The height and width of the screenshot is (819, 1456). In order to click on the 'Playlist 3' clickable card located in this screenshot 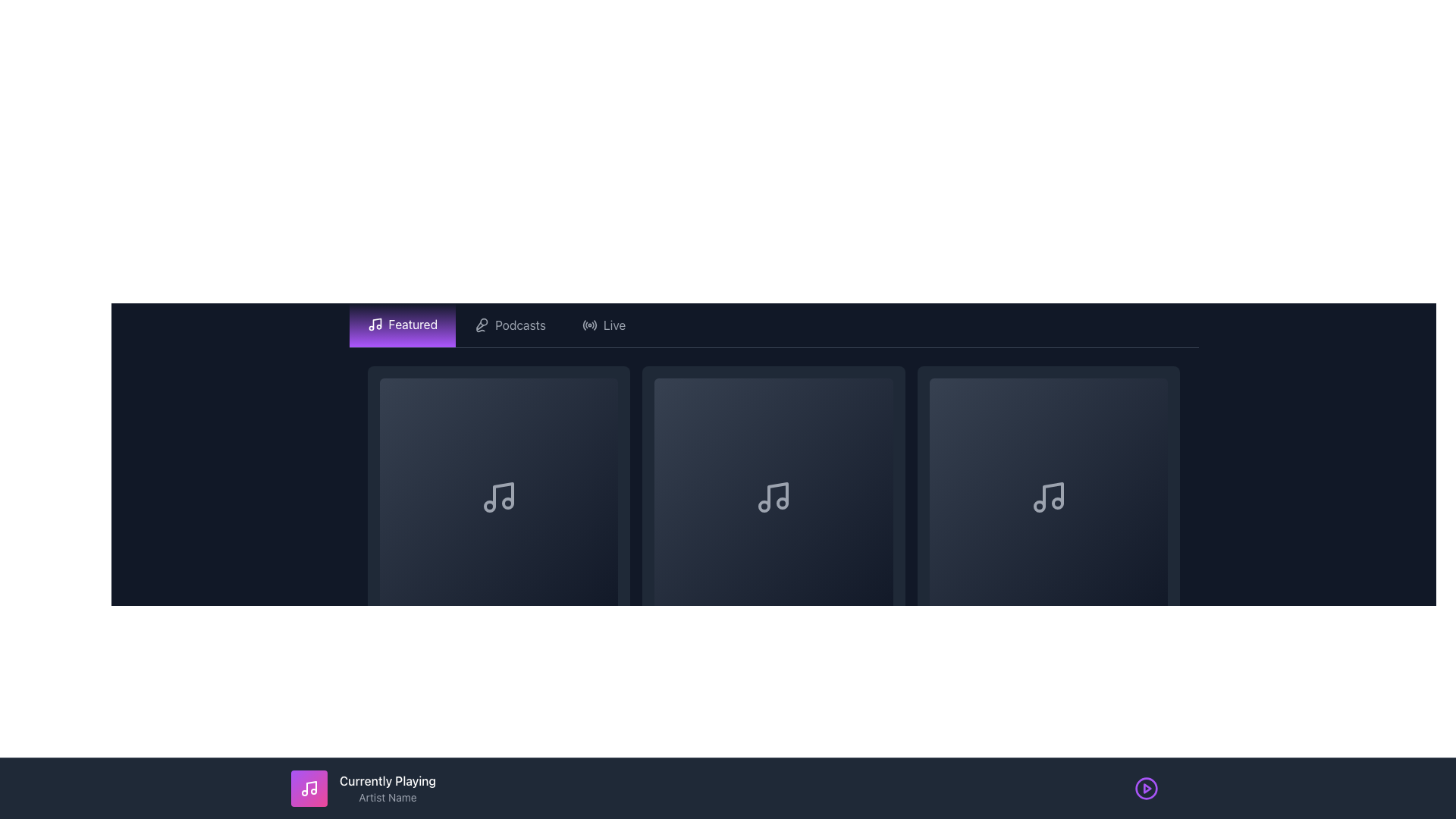, I will do `click(1048, 519)`.